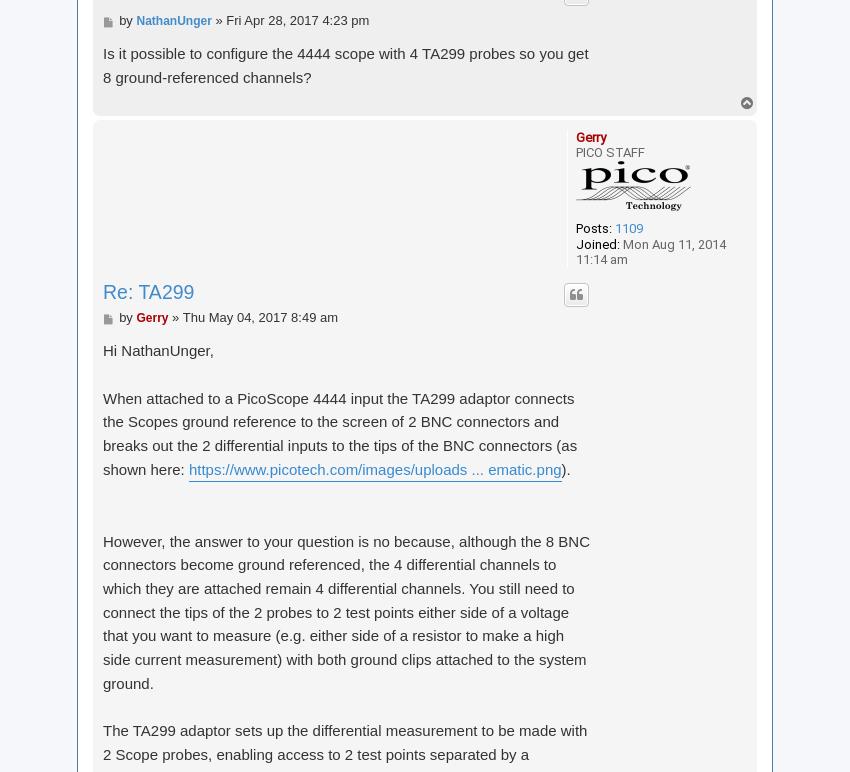 Image resolution: width=850 pixels, height=772 pixels. What do you see at coordinates (340, 432) in the screenshot?
I see `'When attached to a PicoScope 4444 input the TA299 adaptor connects the Scopes ground reference to the screen of 2 BNC connectors and breaks out the 2 differential inputs to the tips of the BNC connectors (as shown here:'` at bounding box center [340, 432].